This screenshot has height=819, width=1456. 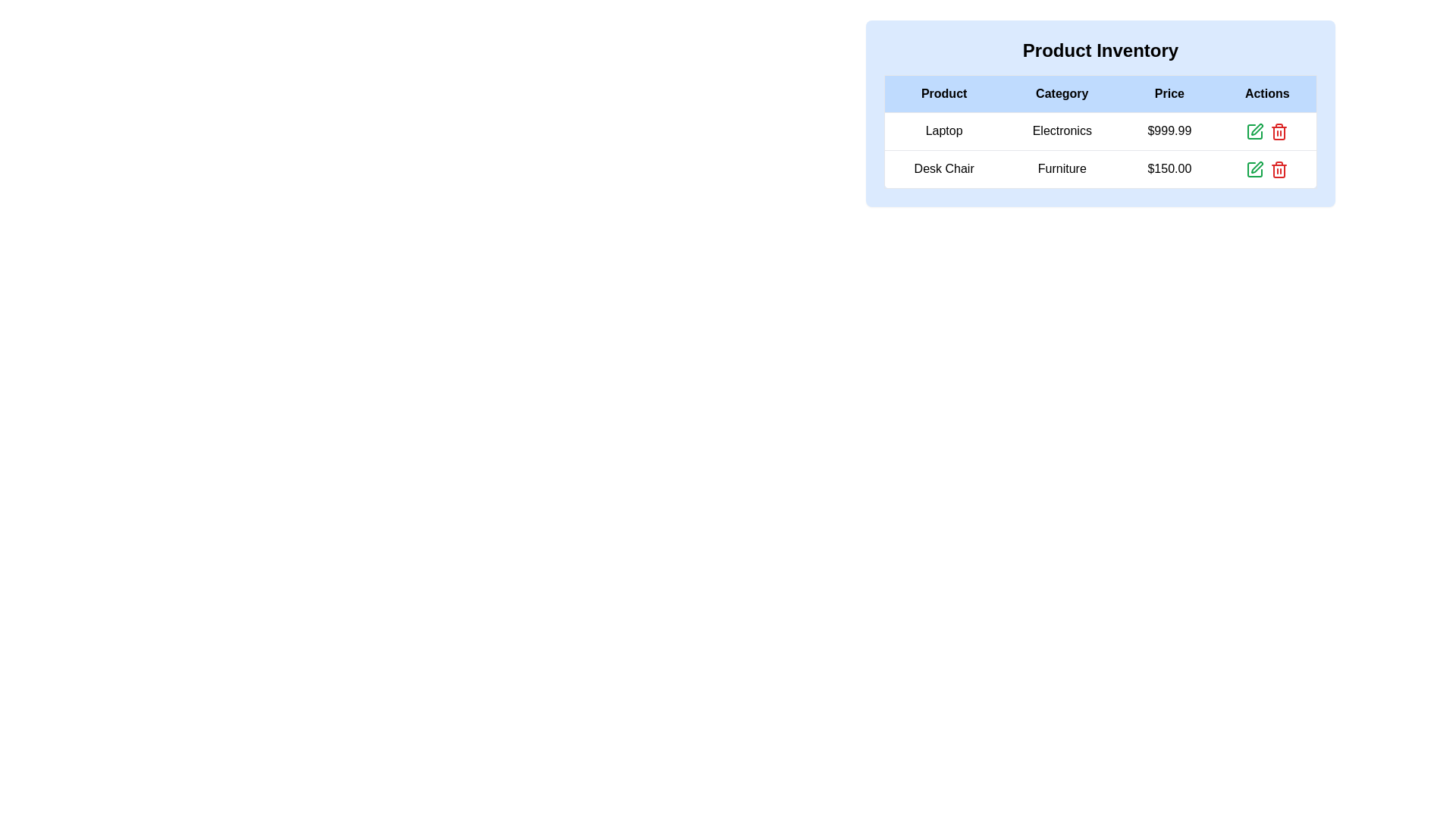 I want to click on the 'Price' column header in the Product Inventory table, which is centrally located in the third cell of the header row, positioned between 'Category' and 'Actions.', so click(x=1169, y=93).